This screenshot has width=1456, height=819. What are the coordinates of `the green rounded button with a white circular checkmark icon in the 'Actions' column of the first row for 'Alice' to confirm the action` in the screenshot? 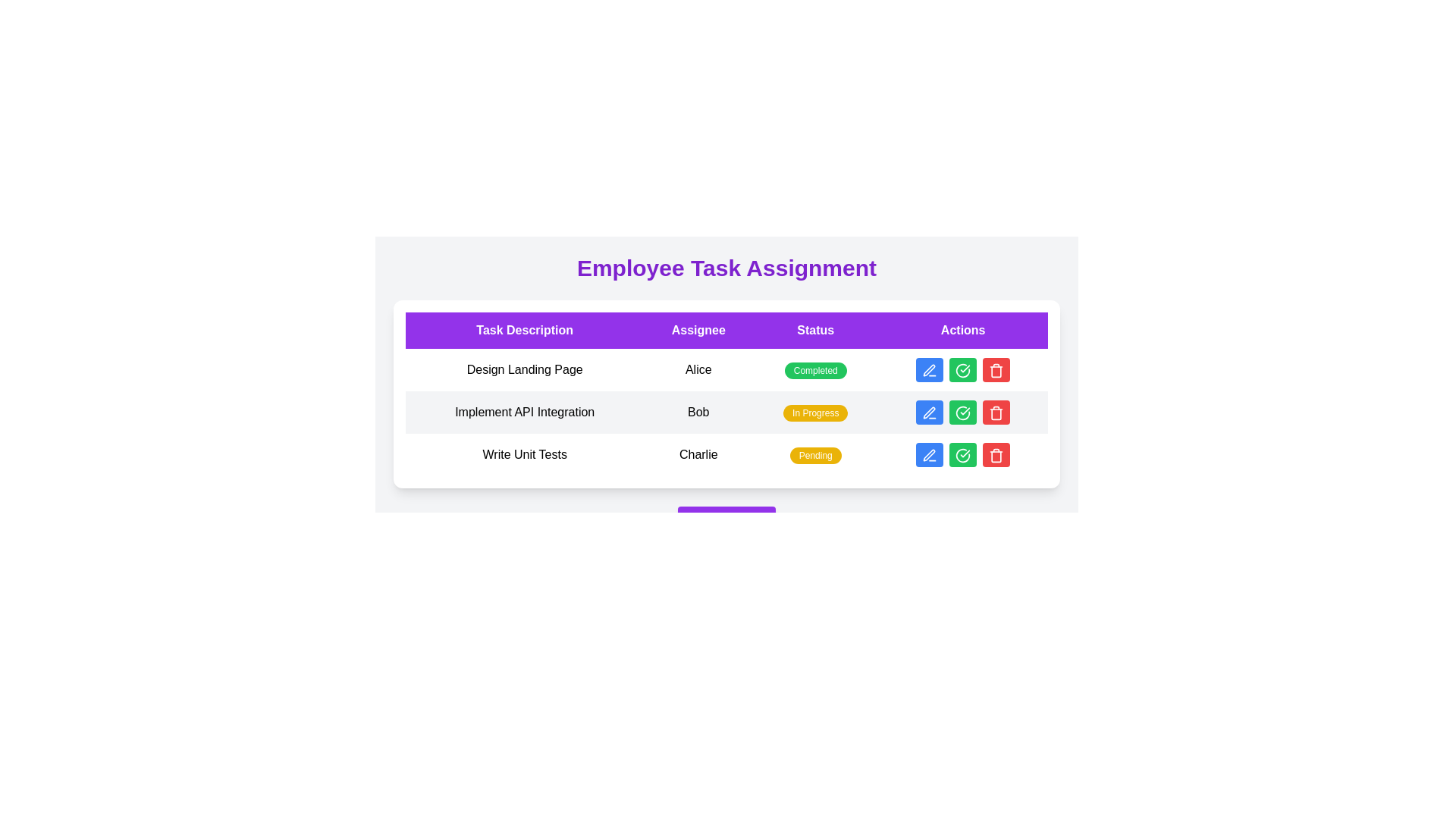 It's located at (962, 370).